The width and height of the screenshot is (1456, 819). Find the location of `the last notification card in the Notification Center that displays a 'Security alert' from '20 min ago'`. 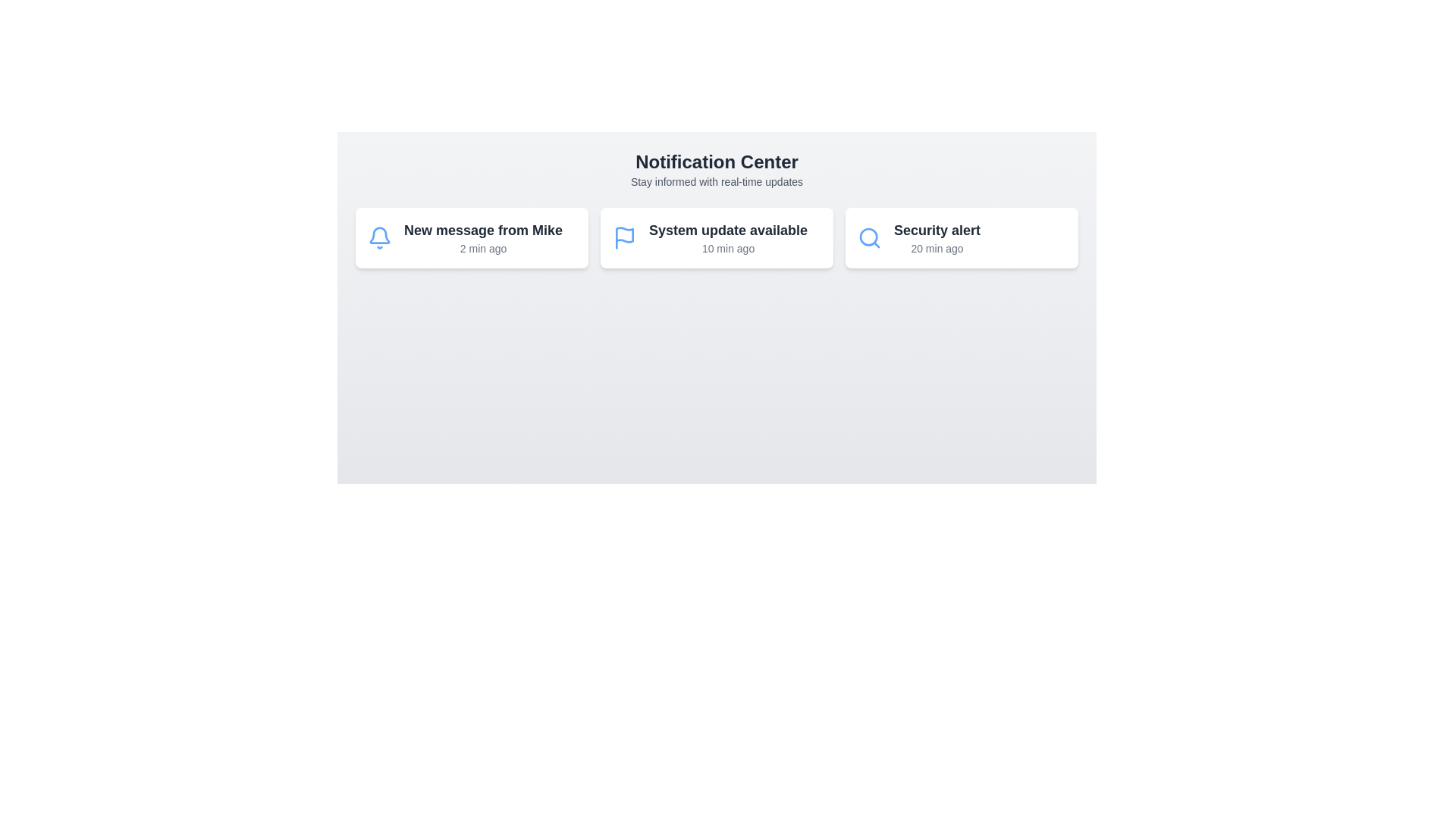

the last notification card in the Notification Center that displays a 'Security alert' from '20 min ago' is located at coordinates (937, 237).